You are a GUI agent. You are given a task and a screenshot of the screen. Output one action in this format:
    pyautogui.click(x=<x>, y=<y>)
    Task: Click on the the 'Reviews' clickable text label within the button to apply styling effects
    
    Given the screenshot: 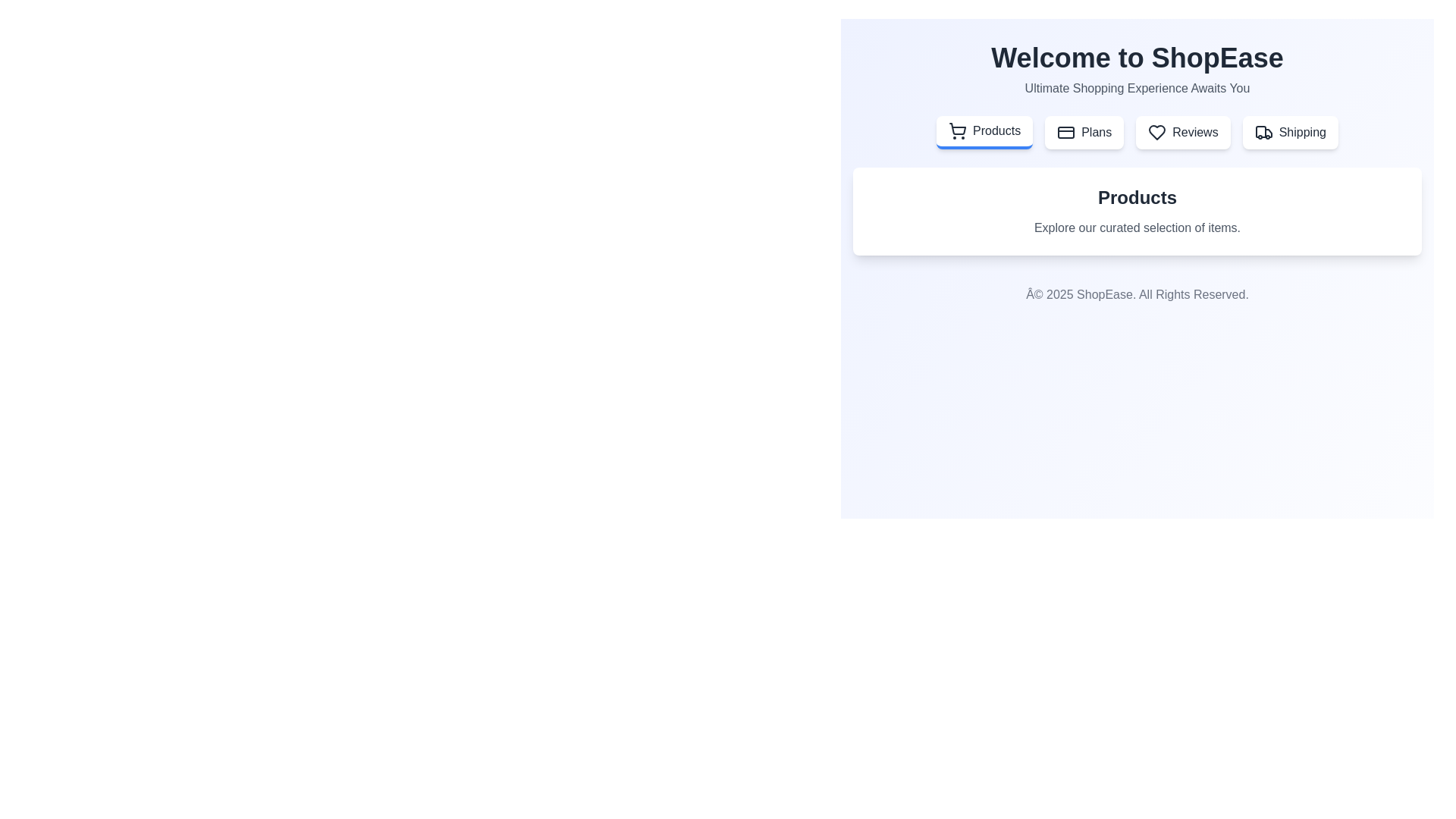 What is the action you would take?
    pyautogui.click(x=1194, y=131)
    